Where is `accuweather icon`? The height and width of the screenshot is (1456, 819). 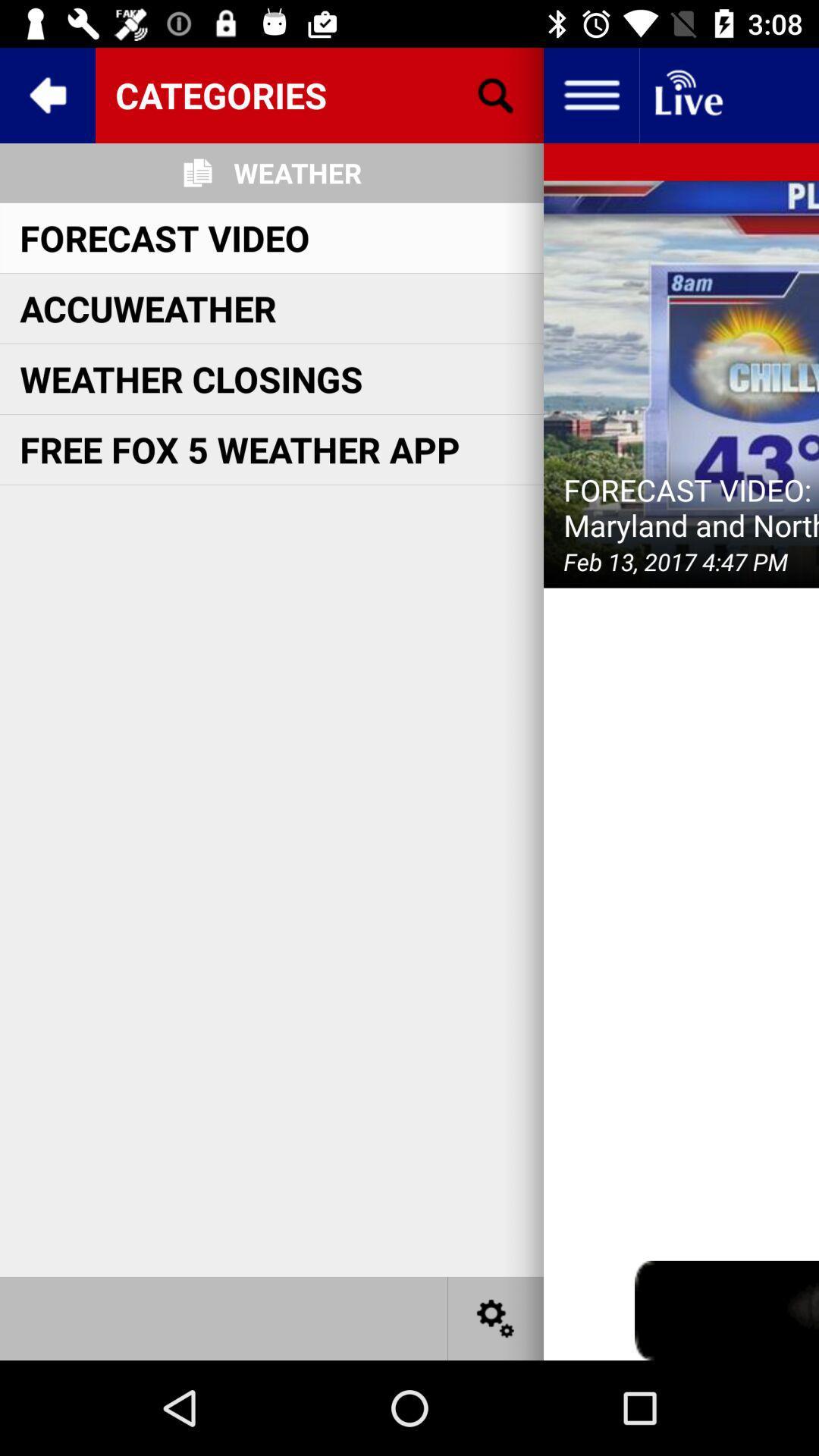
accuweather icon is located at coordinates (148, 307).